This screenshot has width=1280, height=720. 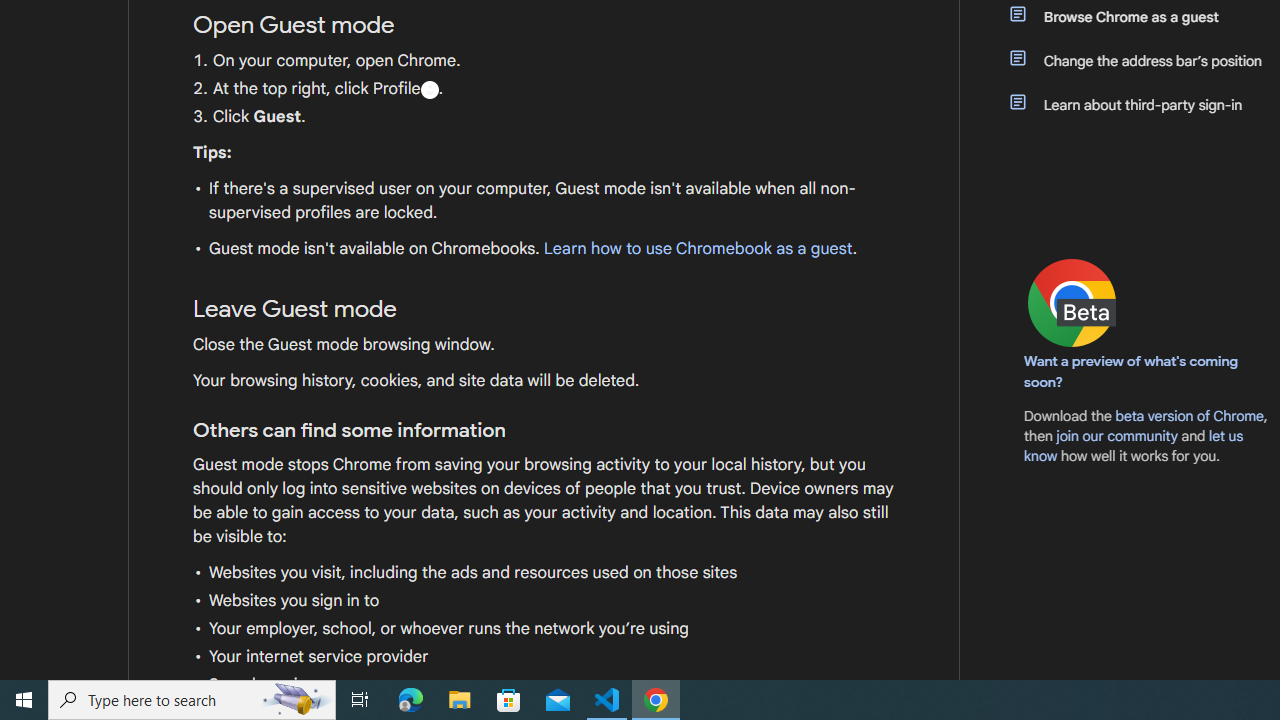 I want to click on 'Want a preview of what', so click(x=1131, y=371).